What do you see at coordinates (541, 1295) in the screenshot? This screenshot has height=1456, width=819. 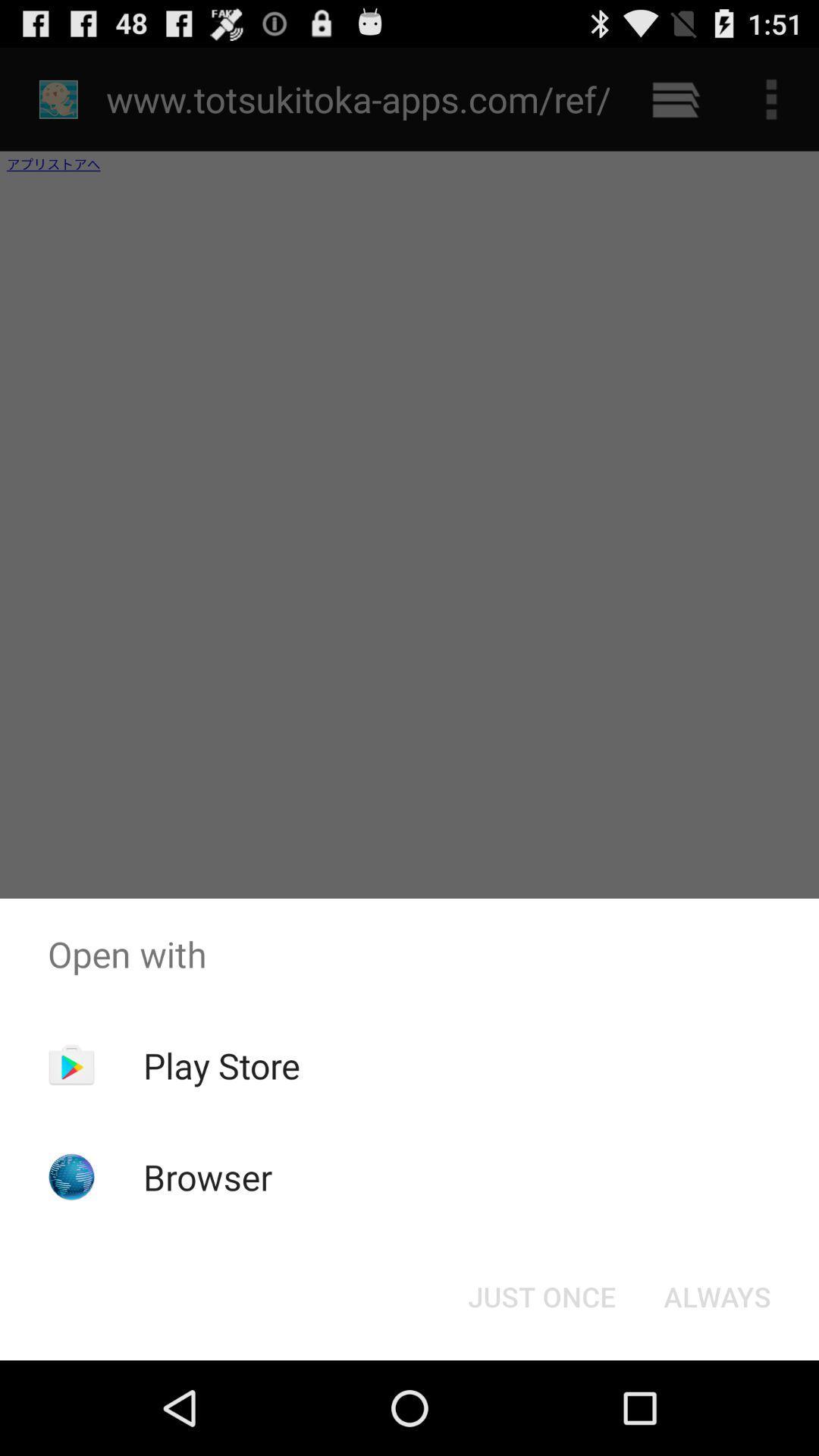 I see `the button next to always button` at bounding box center [541, 1295].